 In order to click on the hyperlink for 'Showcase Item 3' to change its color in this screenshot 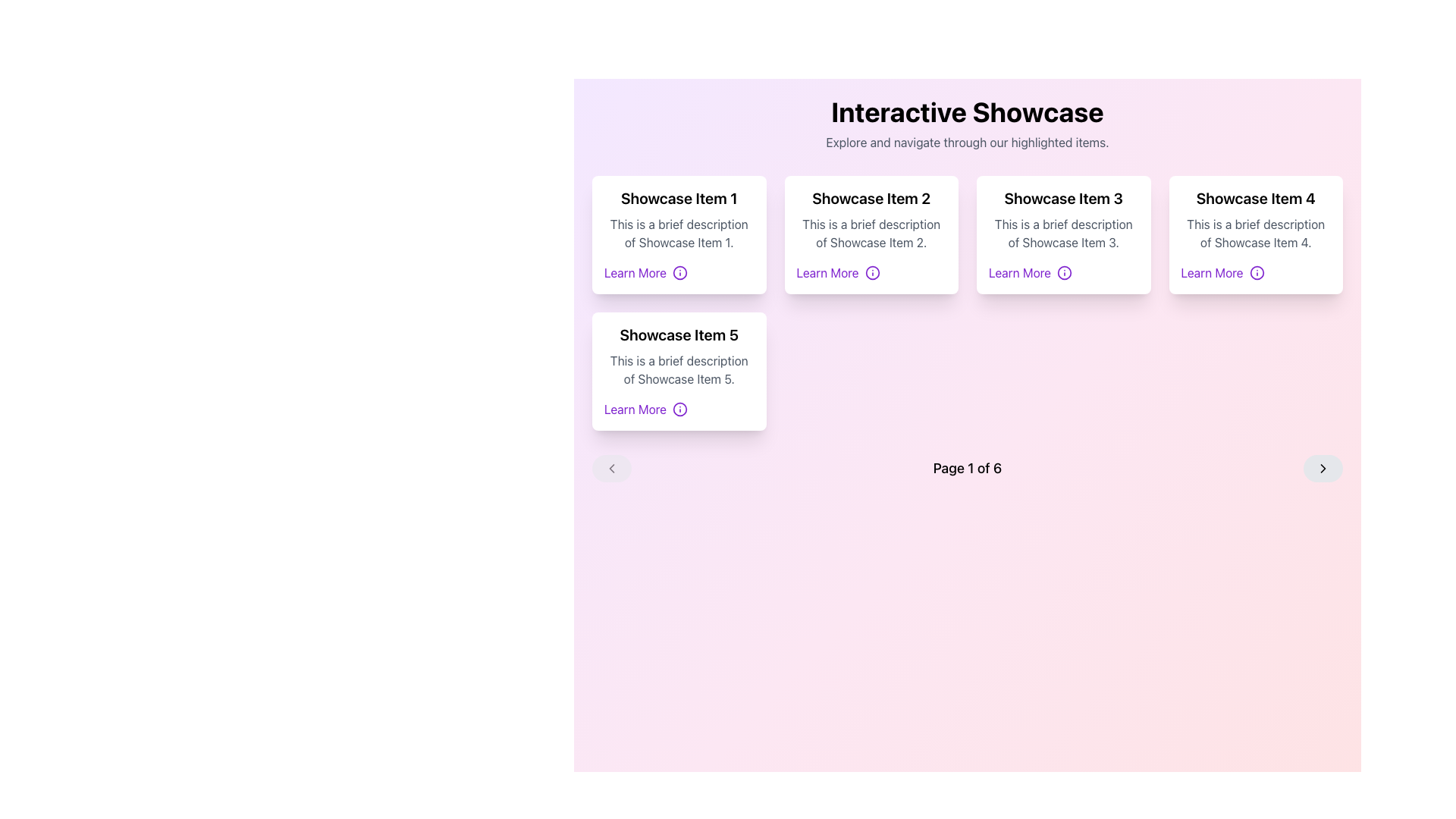, I will do `click(1062, 271)`.